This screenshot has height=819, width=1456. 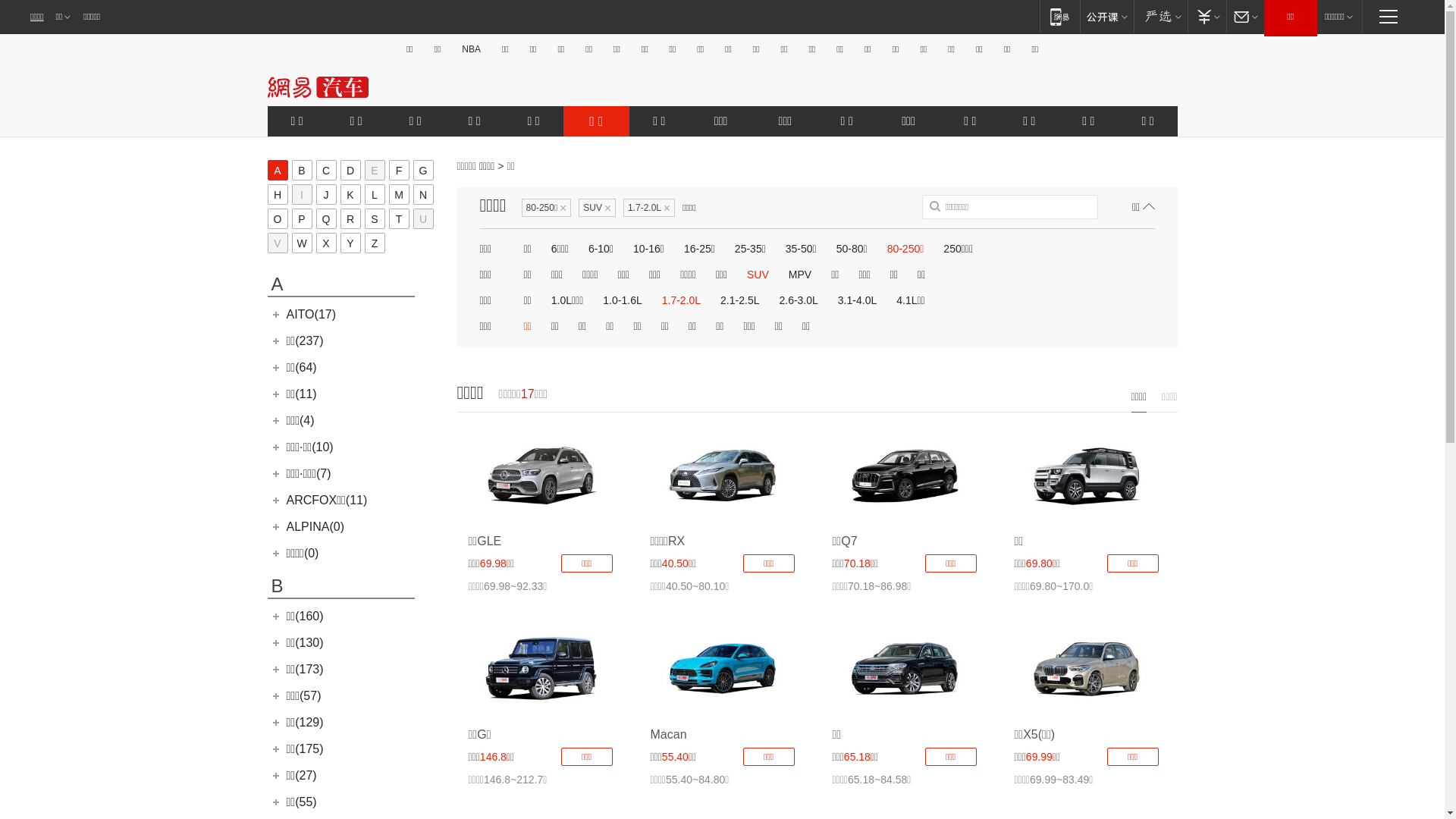 I want to click on '2.6-3.0L', so click(x=776, y=300).